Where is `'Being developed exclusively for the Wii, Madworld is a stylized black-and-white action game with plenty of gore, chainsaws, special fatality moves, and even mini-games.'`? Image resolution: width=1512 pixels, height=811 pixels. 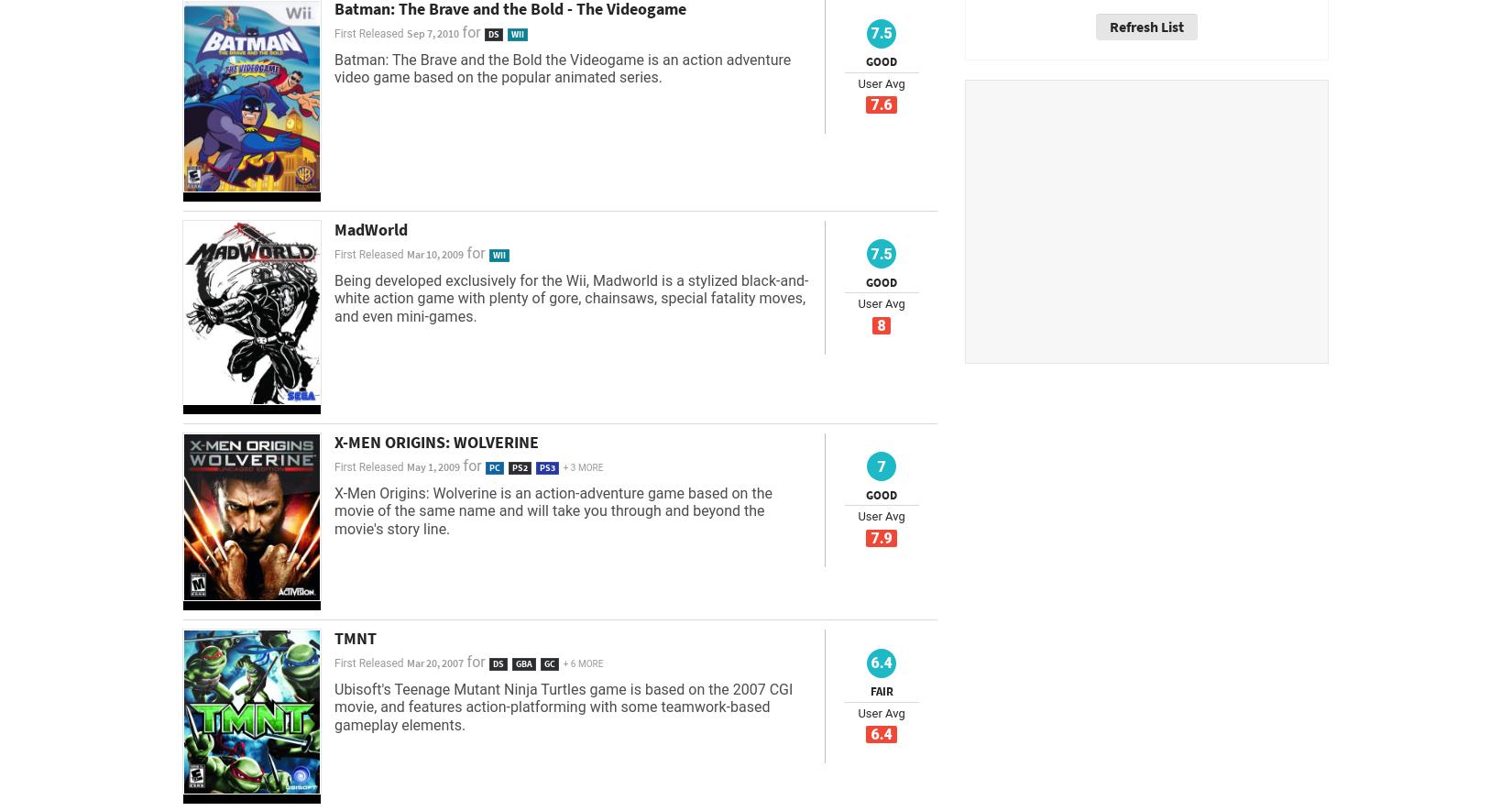 'Being developed exclusively for the Wii, Madworld is a stylized black-and-white action game with plenty of gore, chainsaws, special fatality moves, and even mini-games.' is located at coordinates (334, 297).